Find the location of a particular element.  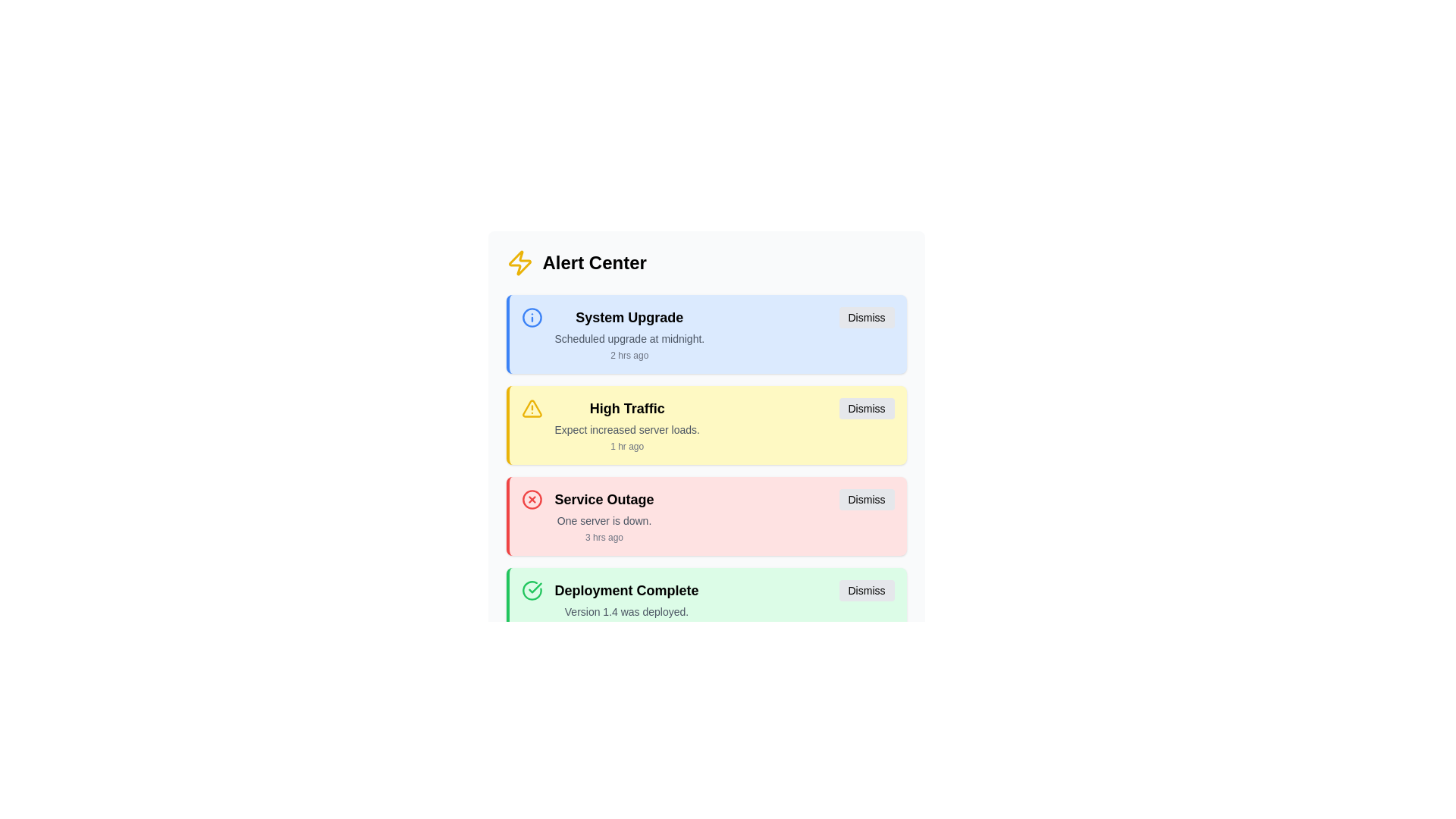

the static text label displaying '1 hr ago', which is aligned below the 'Expect increased server loads.' text within the yellow-highlighted notification entry labeled 'High Traffic' on the 'Alert Center' page is located at coordinates (627, 446).